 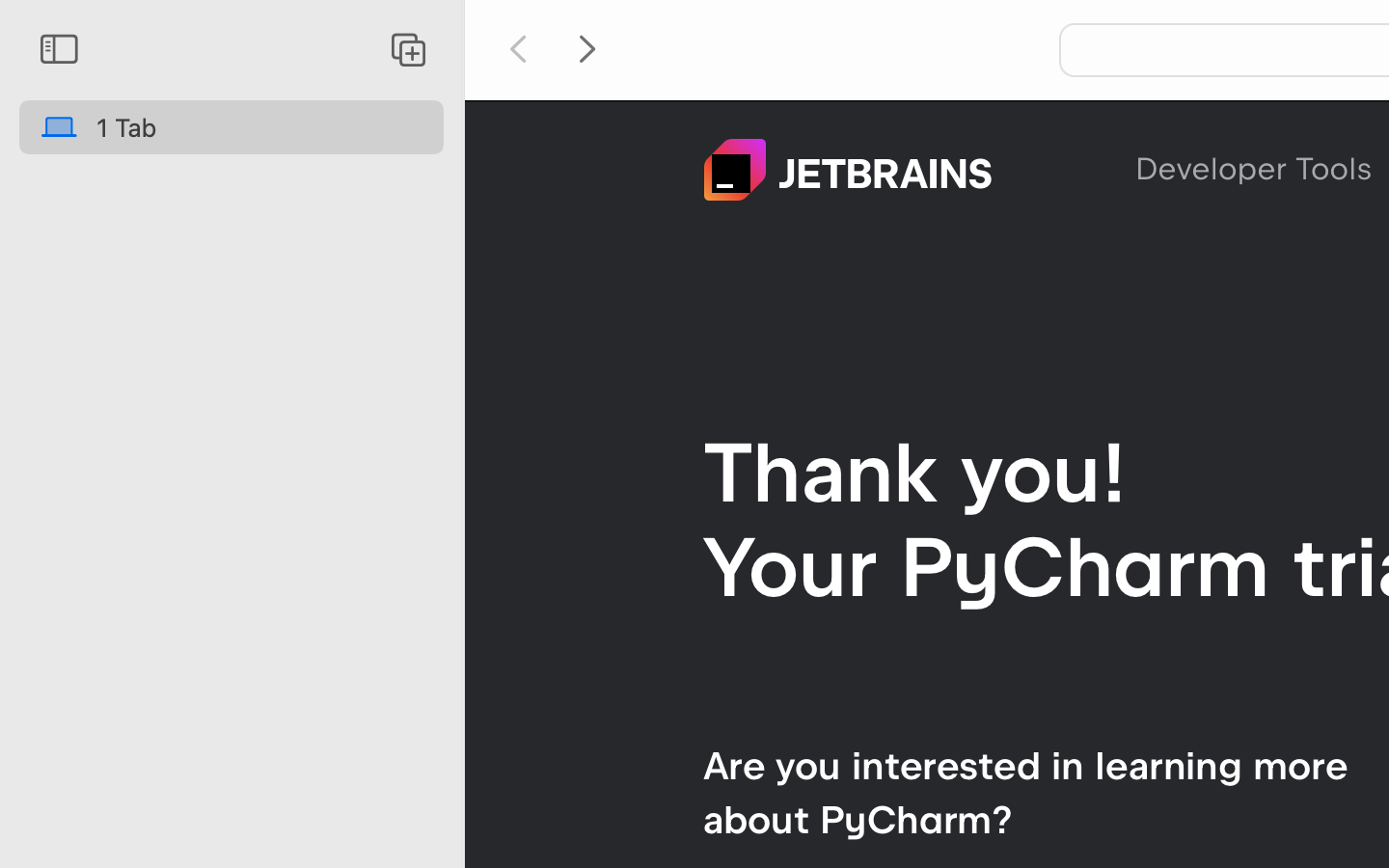 What do you see at coordinates (914, 471) in the screenshot?
I see `'Thank you!'` at bounding box center [914, 471].